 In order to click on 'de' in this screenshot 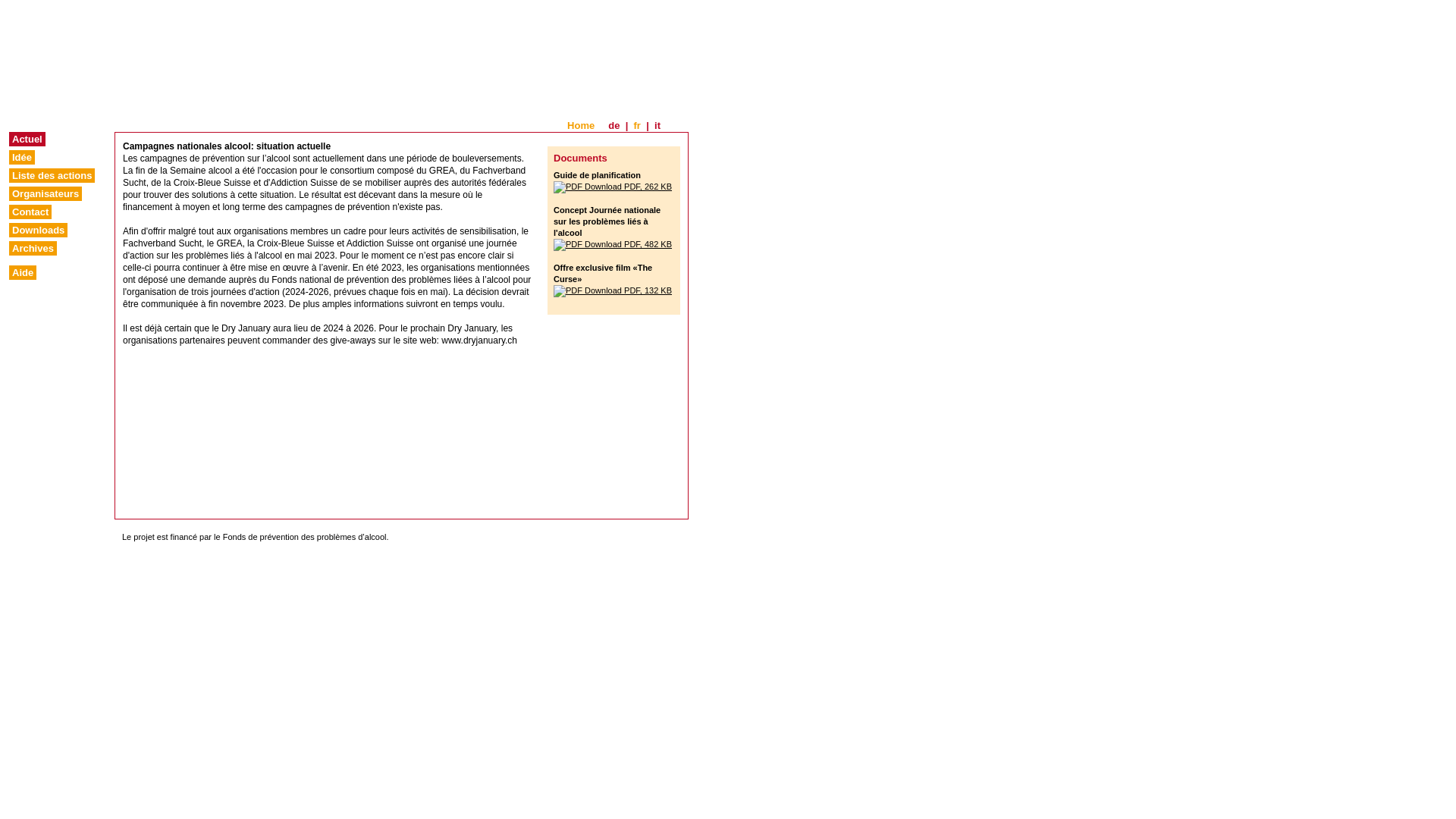, I will do `click(613, 124)`.